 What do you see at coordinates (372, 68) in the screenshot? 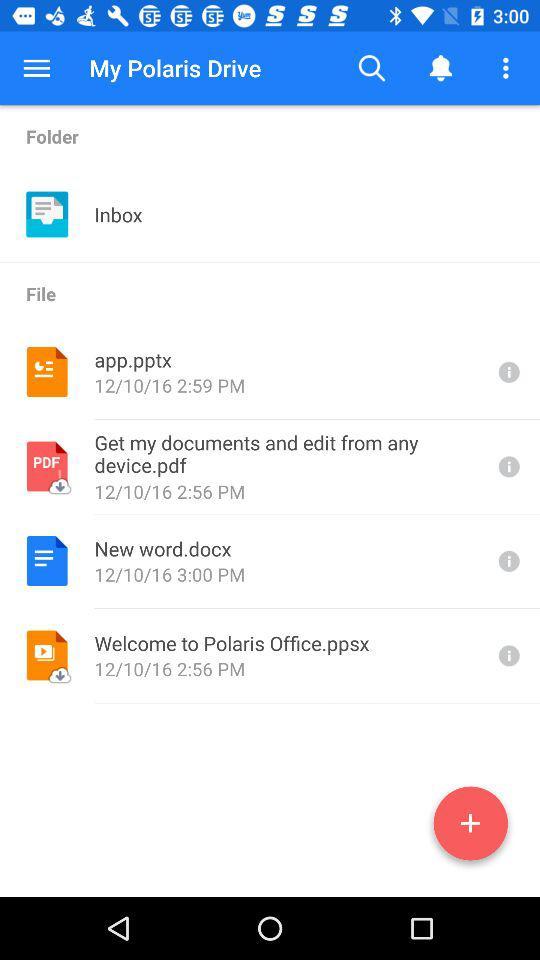
I see `the item next to the my polaris drive icon` at bounding box center [372, 68].